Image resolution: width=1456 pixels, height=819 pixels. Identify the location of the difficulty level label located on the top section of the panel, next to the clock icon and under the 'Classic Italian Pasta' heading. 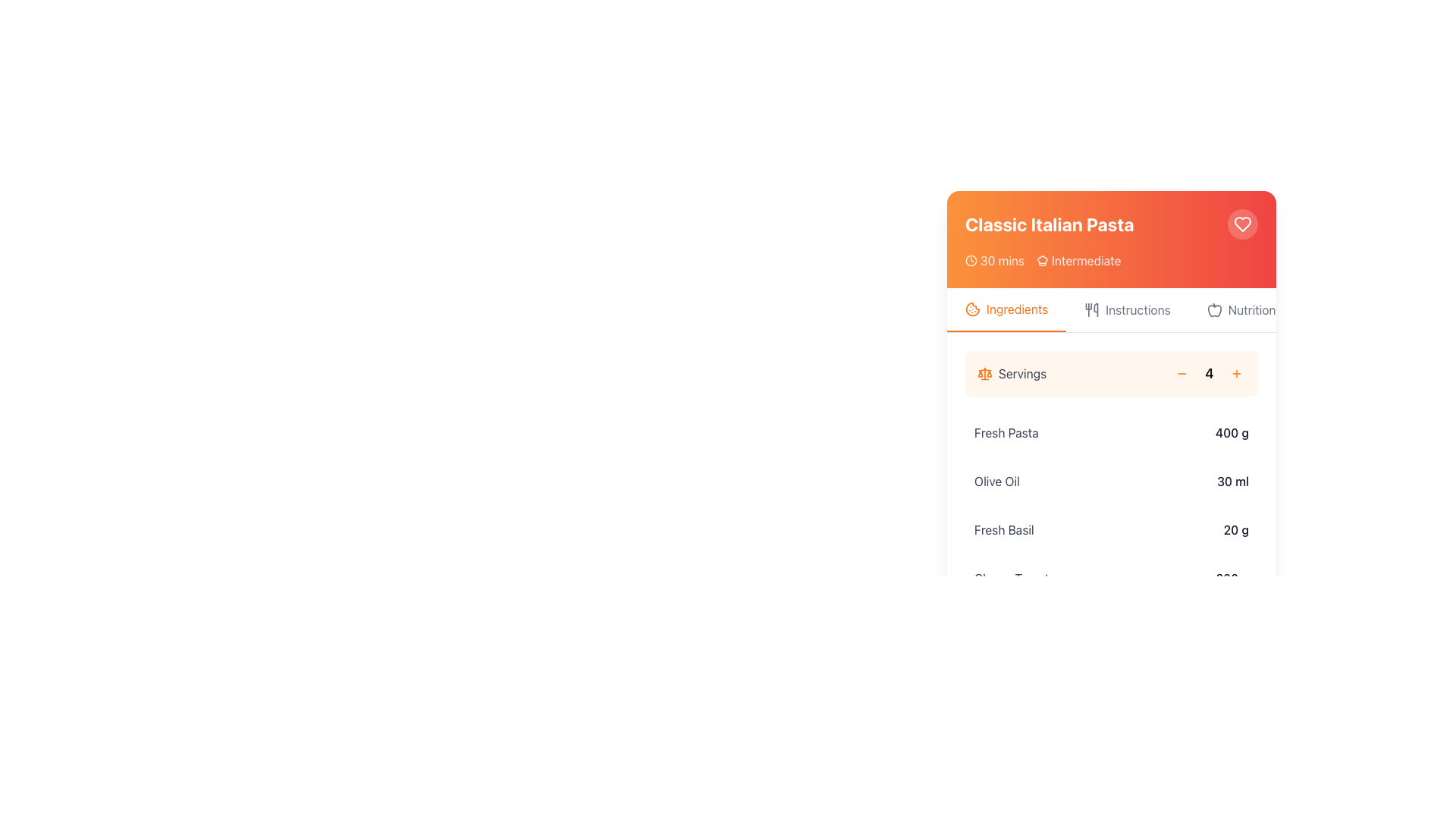
(1085, 259).